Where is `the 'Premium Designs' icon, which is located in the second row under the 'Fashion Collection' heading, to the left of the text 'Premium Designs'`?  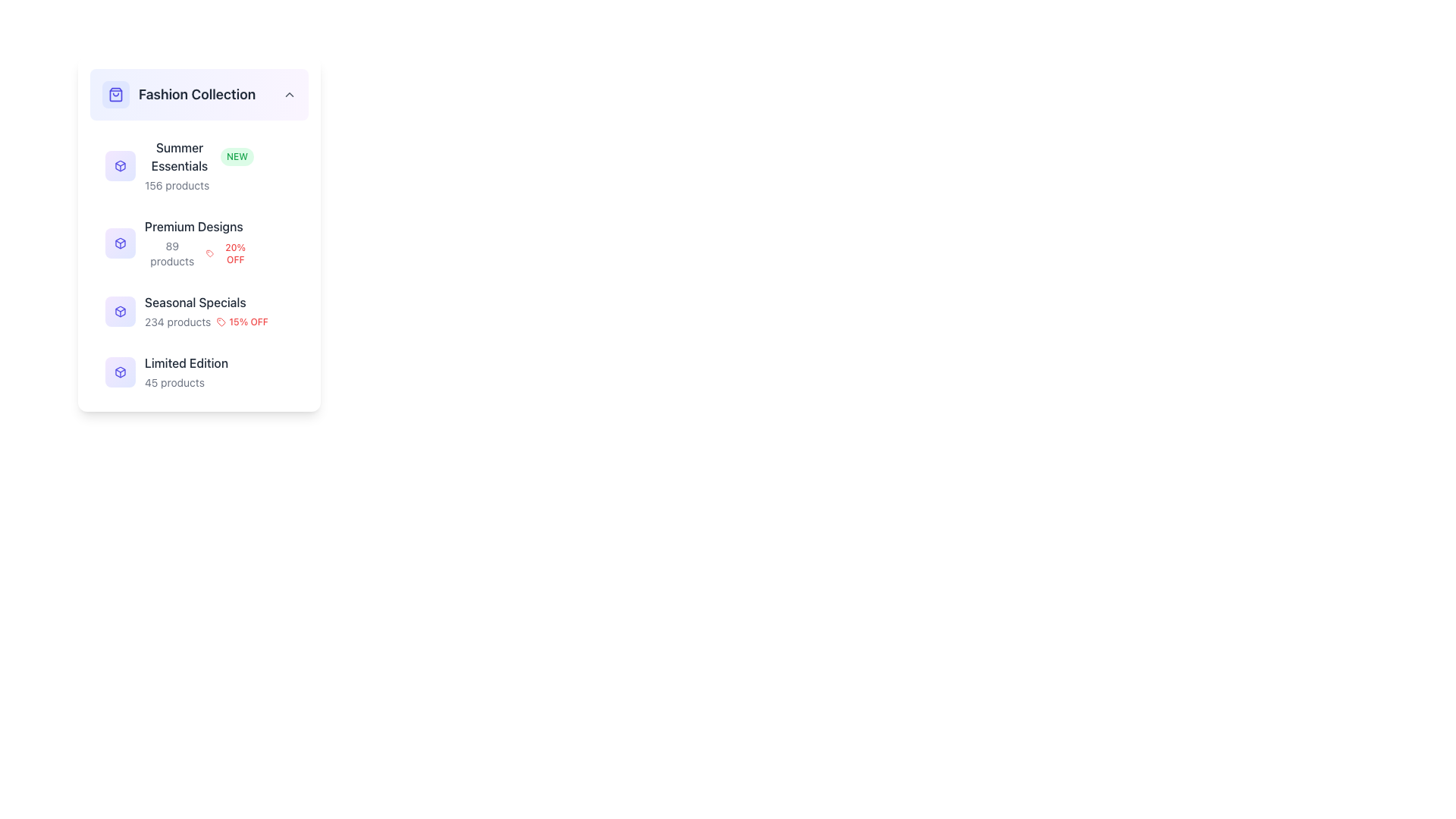 the 'Premium Designs' icon, which is located in the second row under the 'Fashion Collection' heading, to the left of the text 'Premium Designs' is located at coordinates (119, 242).